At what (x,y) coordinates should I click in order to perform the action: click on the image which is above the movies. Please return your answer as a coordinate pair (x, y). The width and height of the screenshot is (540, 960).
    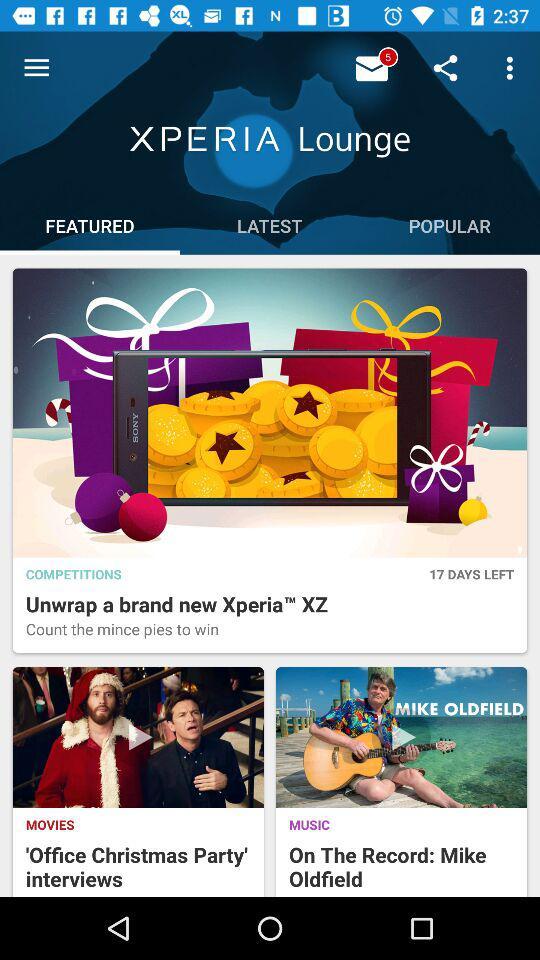
    Looking at the image, I should click on (137, 736).